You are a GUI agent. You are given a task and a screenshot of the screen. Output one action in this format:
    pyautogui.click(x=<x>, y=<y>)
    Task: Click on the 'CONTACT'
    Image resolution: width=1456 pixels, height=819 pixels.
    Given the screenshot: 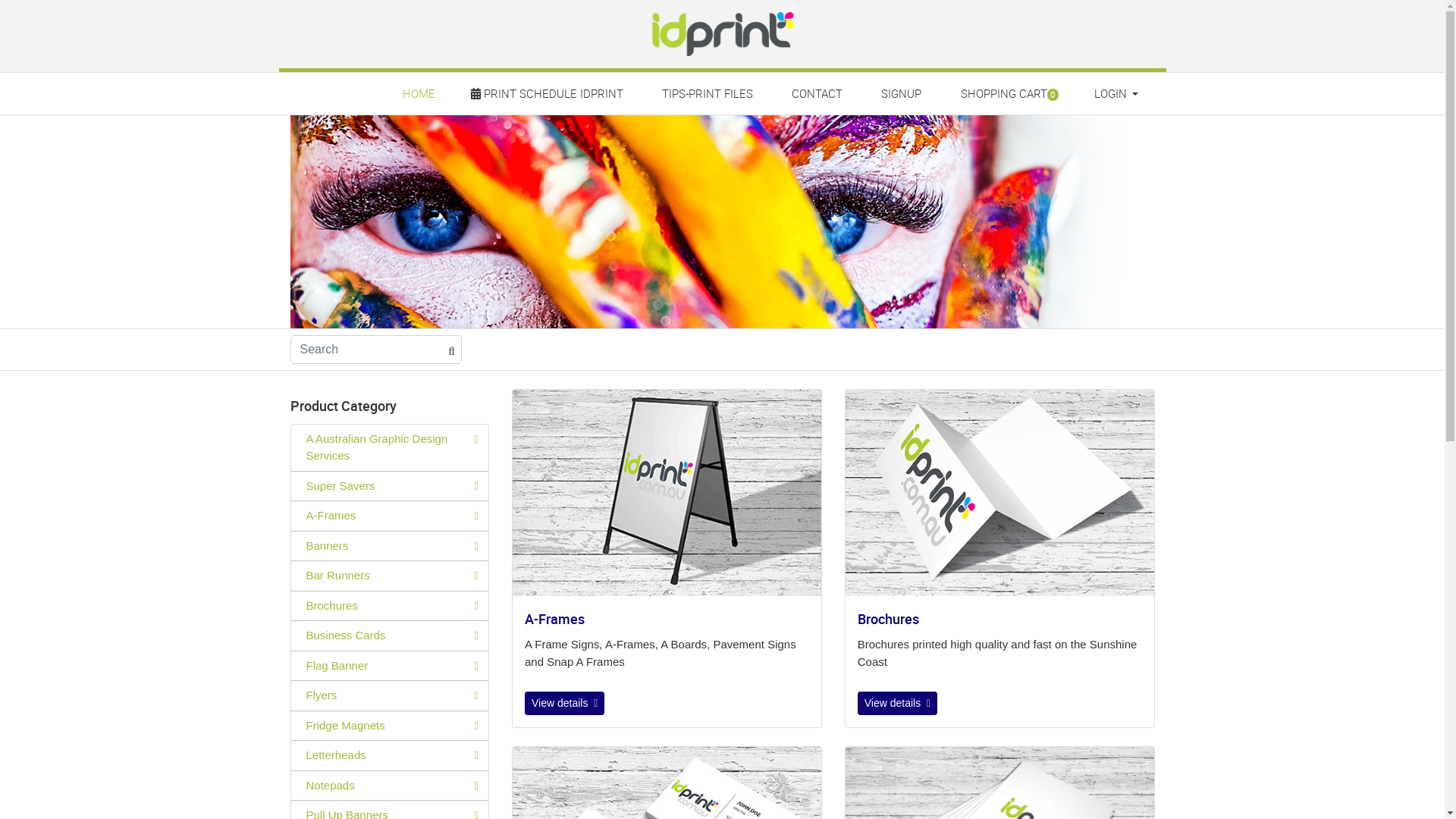 What is the action you would take?
    pyautogui.click(x=817, y=93)
    